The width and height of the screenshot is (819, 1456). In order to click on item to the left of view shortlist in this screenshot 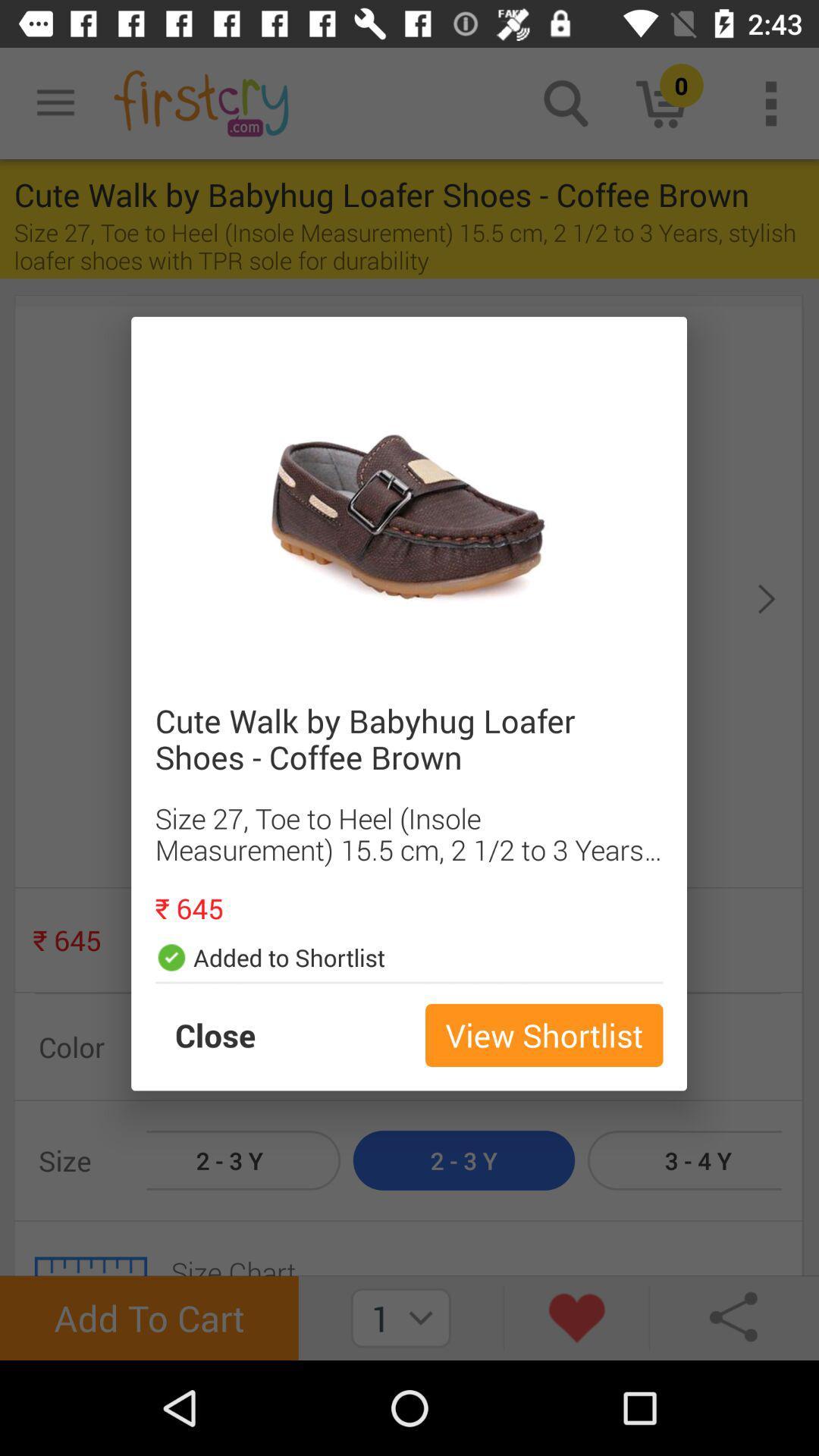, I will do `click(231, 1034)`.